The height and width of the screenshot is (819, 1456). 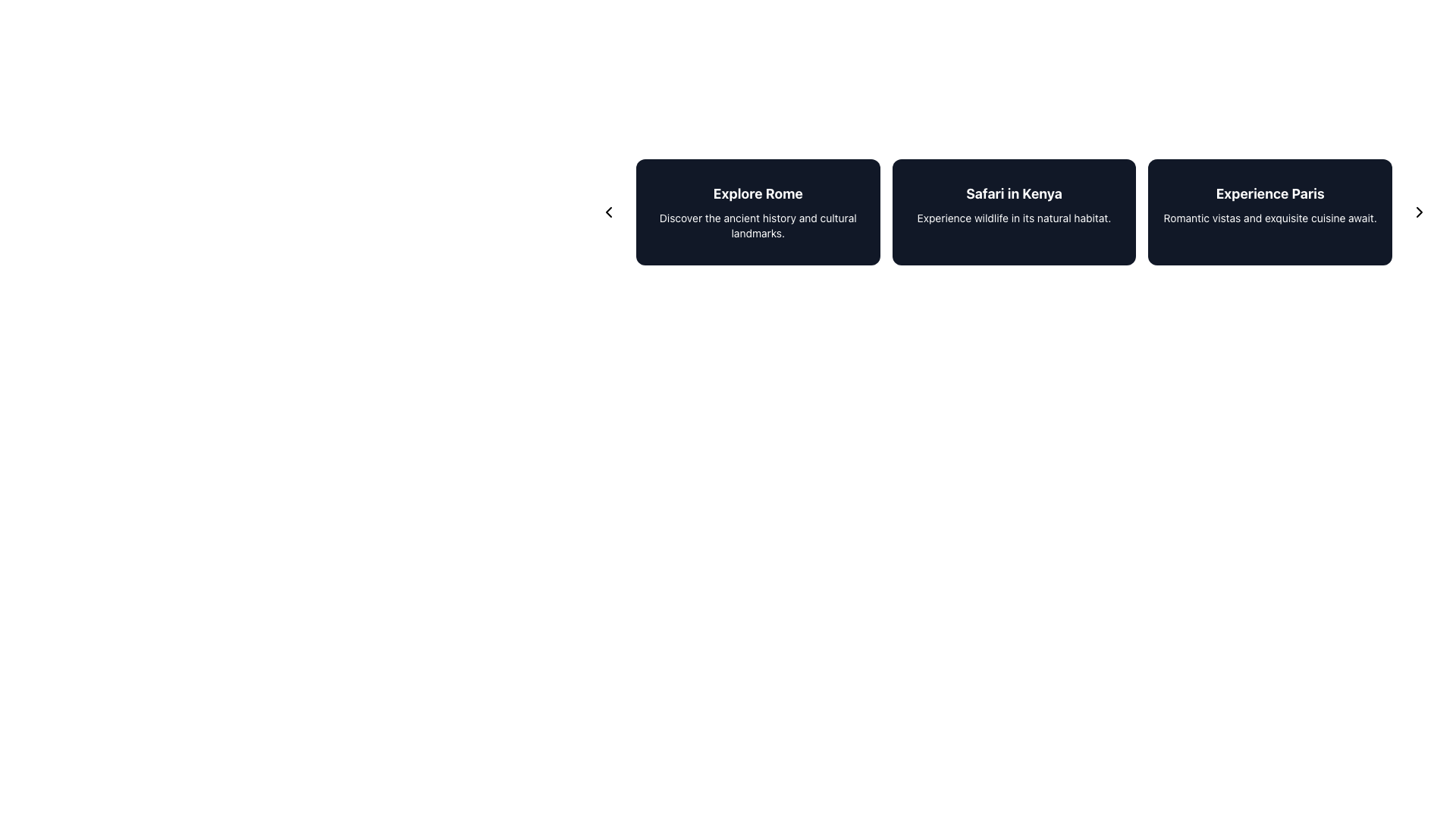 I want to click on the Information Card that promotes romantic and culinary experiences of Paris, positioned as the last element in the grid layout, so click(x=1270, y=212).